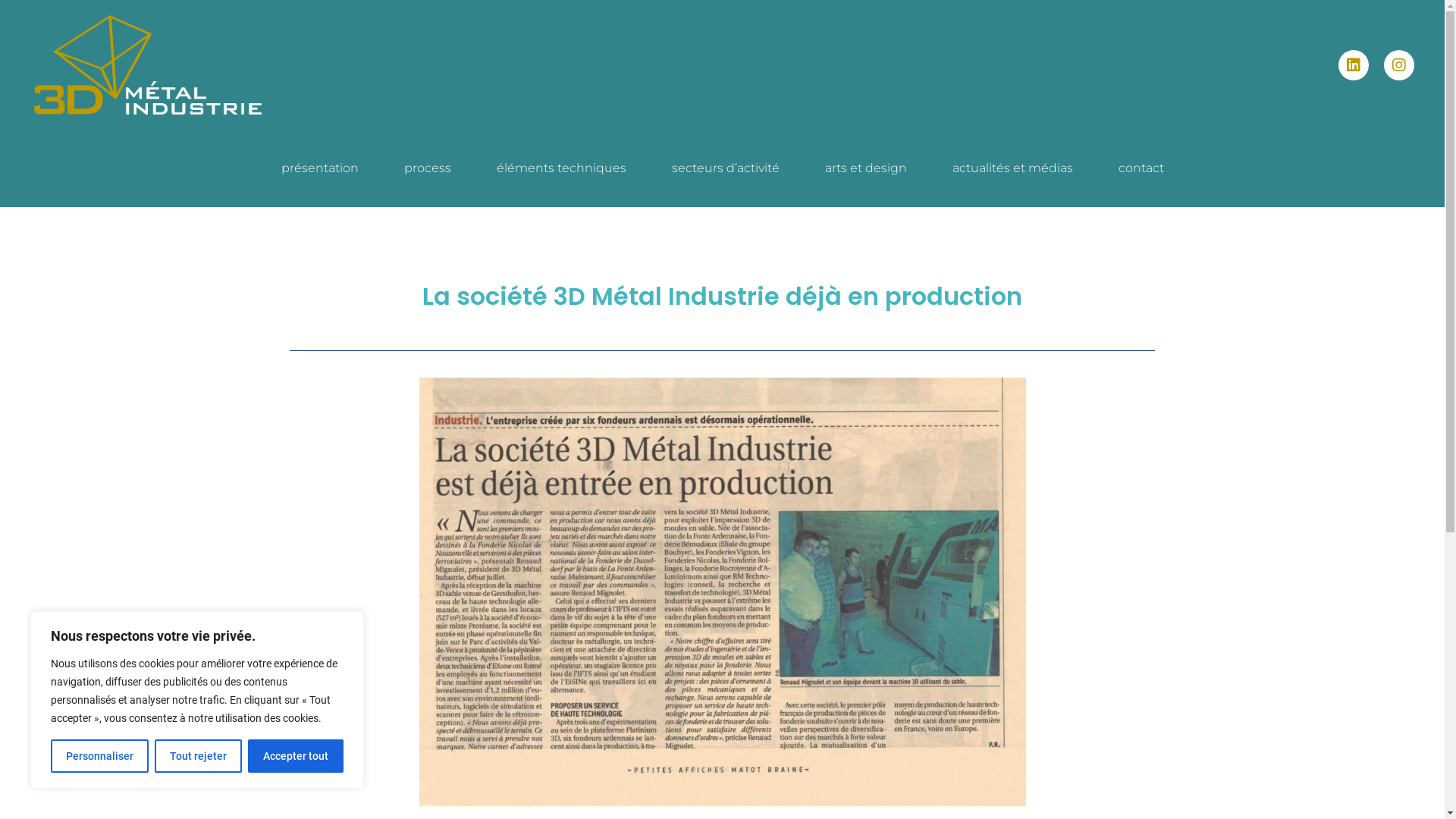 This screenshot has height=819, width=1456. What do you see at coordinates (381, 168) in the screenshot?
I see `'process'` at bounding box center [381, 168].